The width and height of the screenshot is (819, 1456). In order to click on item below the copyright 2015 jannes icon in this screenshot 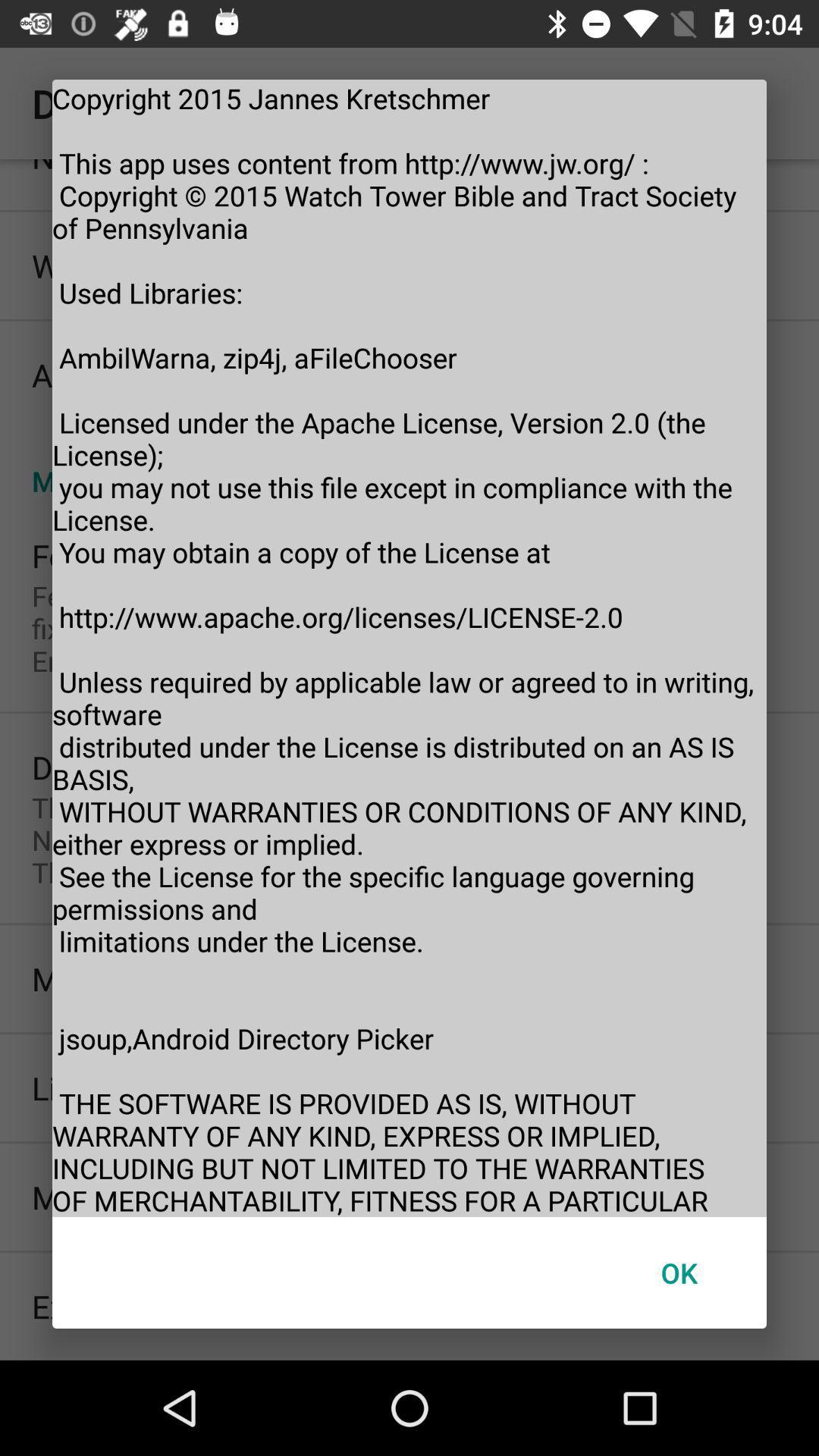, I will do `click(678, 1272)`.